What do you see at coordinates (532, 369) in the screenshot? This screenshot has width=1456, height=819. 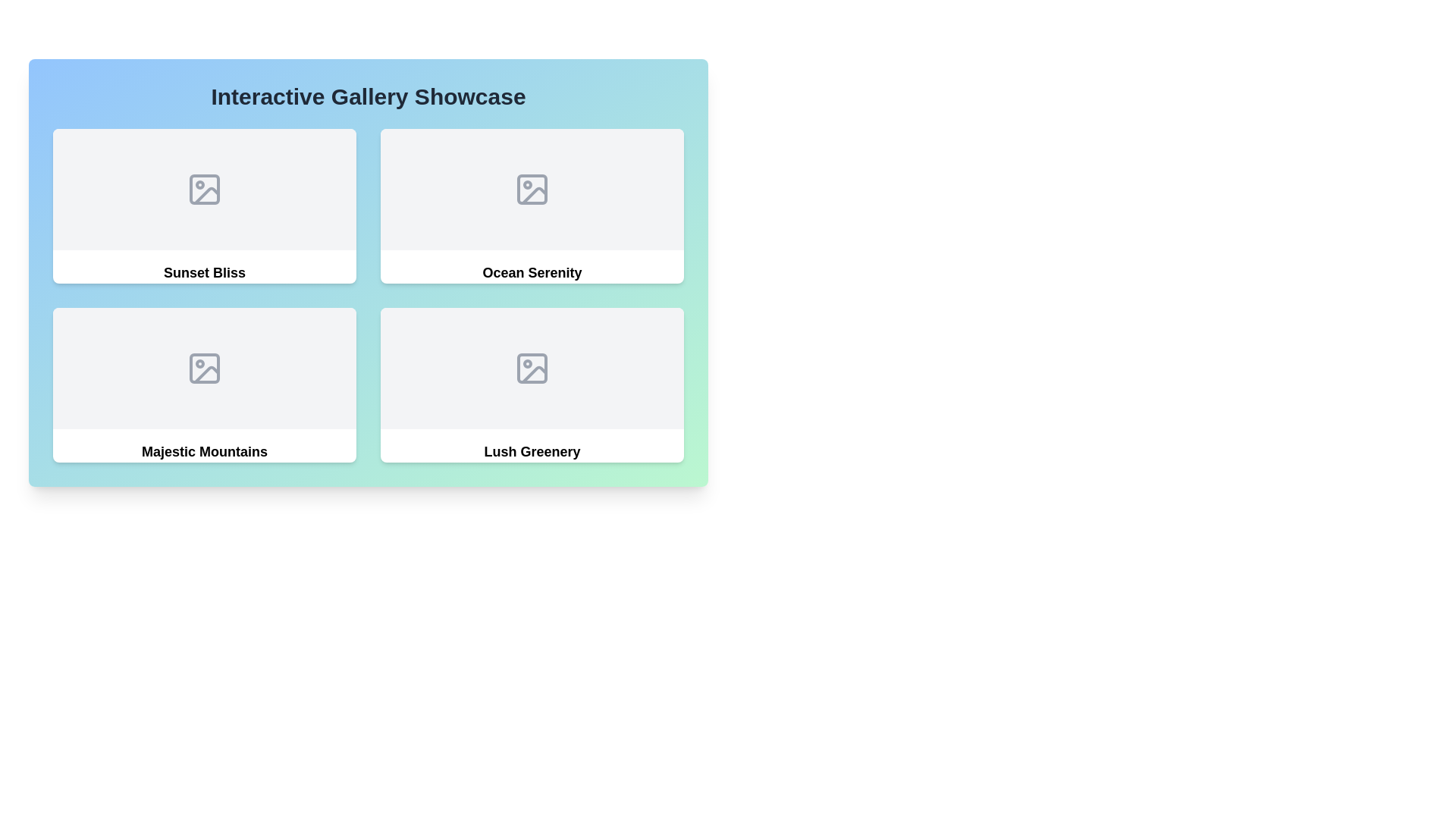 I see `Icon placeholder area located in the second row, second column of the grid layout in the 'Interactive Gallery Showcase', part of the 'Lush Greenery' card` at bounding box center [532, 369].